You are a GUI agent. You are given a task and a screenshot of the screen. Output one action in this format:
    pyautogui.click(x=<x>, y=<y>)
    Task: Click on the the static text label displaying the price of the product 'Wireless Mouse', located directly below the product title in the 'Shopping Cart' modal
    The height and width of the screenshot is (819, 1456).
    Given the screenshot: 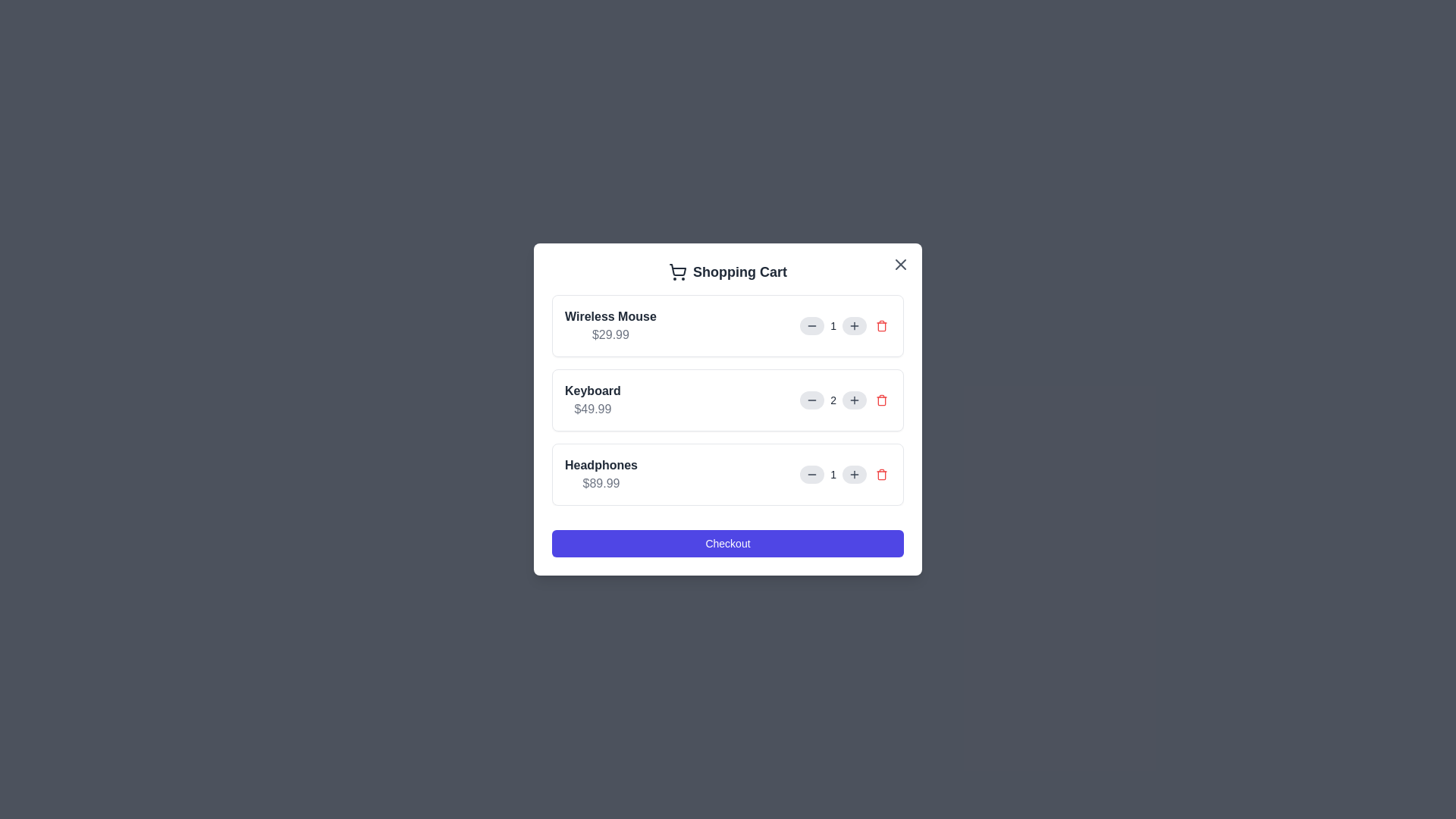 What is the action you would take?
    pyautogui.click(x=610, y=334)
    